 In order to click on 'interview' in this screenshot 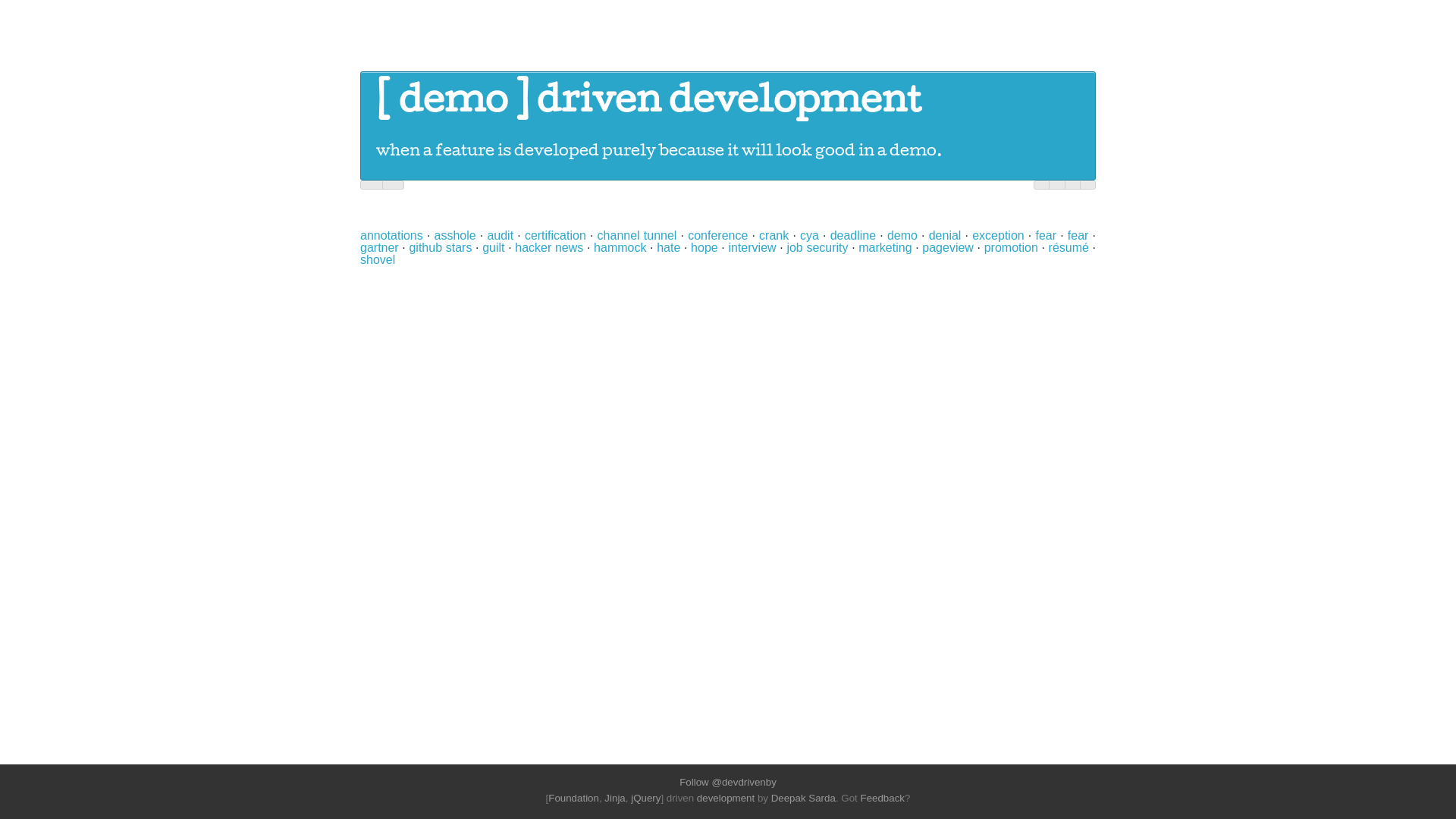, I will do `click(752, 246)`.